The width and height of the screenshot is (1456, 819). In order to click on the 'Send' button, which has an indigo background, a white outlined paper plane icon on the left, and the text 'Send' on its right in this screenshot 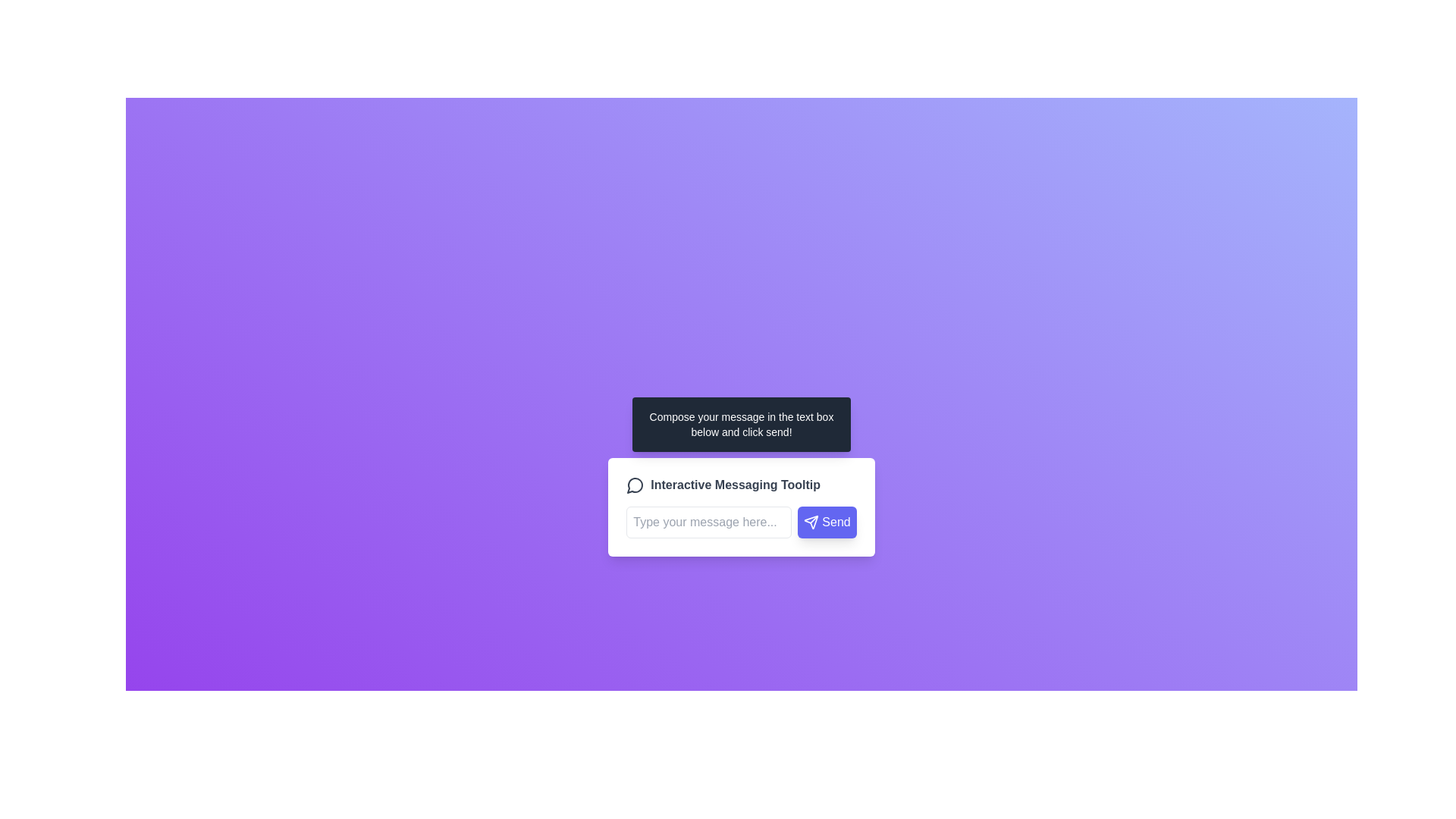, I will do `click(826, 522)`.